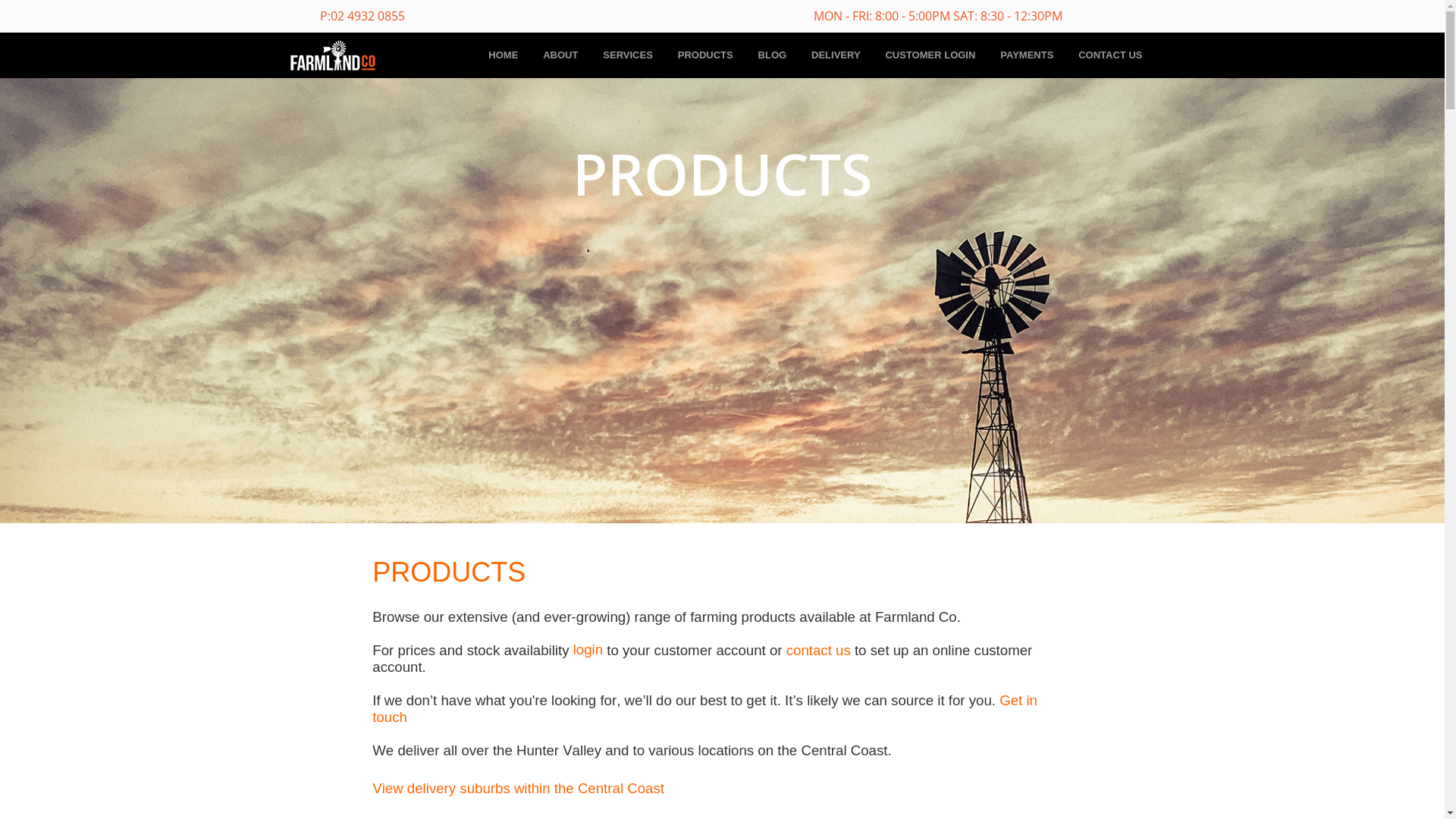 The width and height of the screenshot is (1456, 819). What do you see at coordinates (503, 55) in the screenshot?
I see `'HOME'` at bounding box center [503, 55].